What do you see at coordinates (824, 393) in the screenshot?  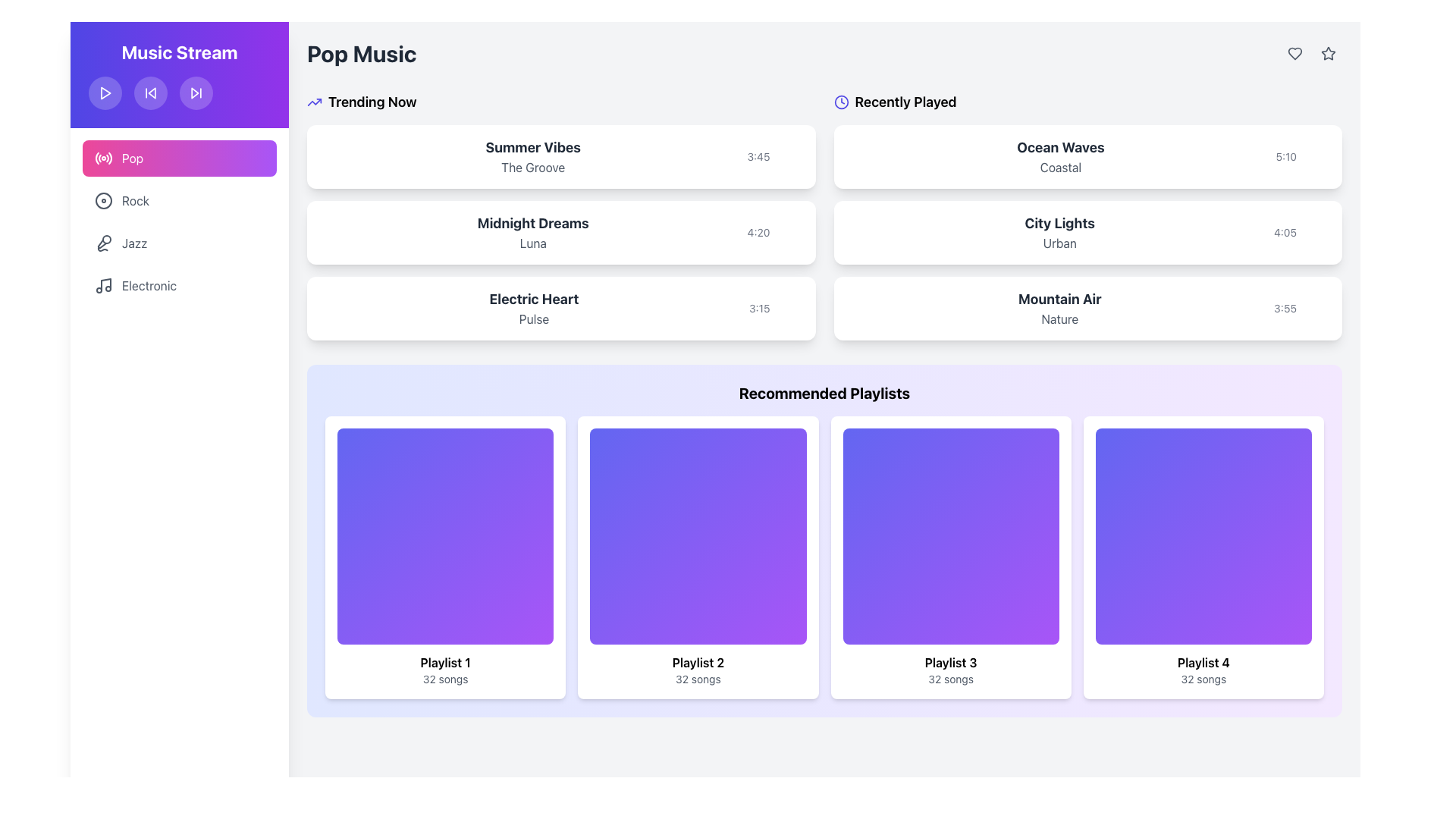 I see `the Static text header labeled 'Recommended Playlists' which is centered in a light purple gradient rectangle` at bounding box center [824, 393].